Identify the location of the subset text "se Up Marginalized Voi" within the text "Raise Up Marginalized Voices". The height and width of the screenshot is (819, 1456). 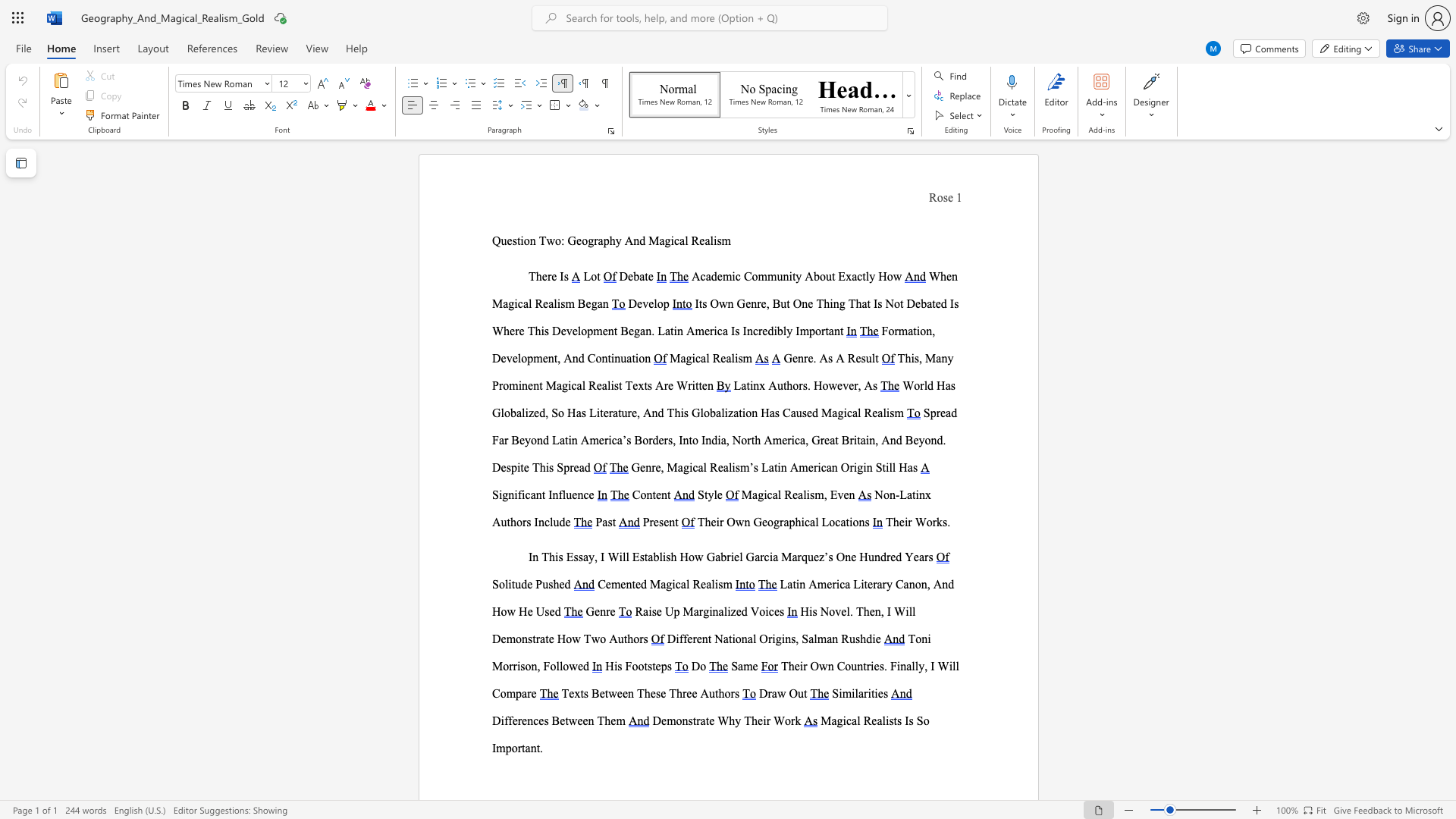
(651, 610).